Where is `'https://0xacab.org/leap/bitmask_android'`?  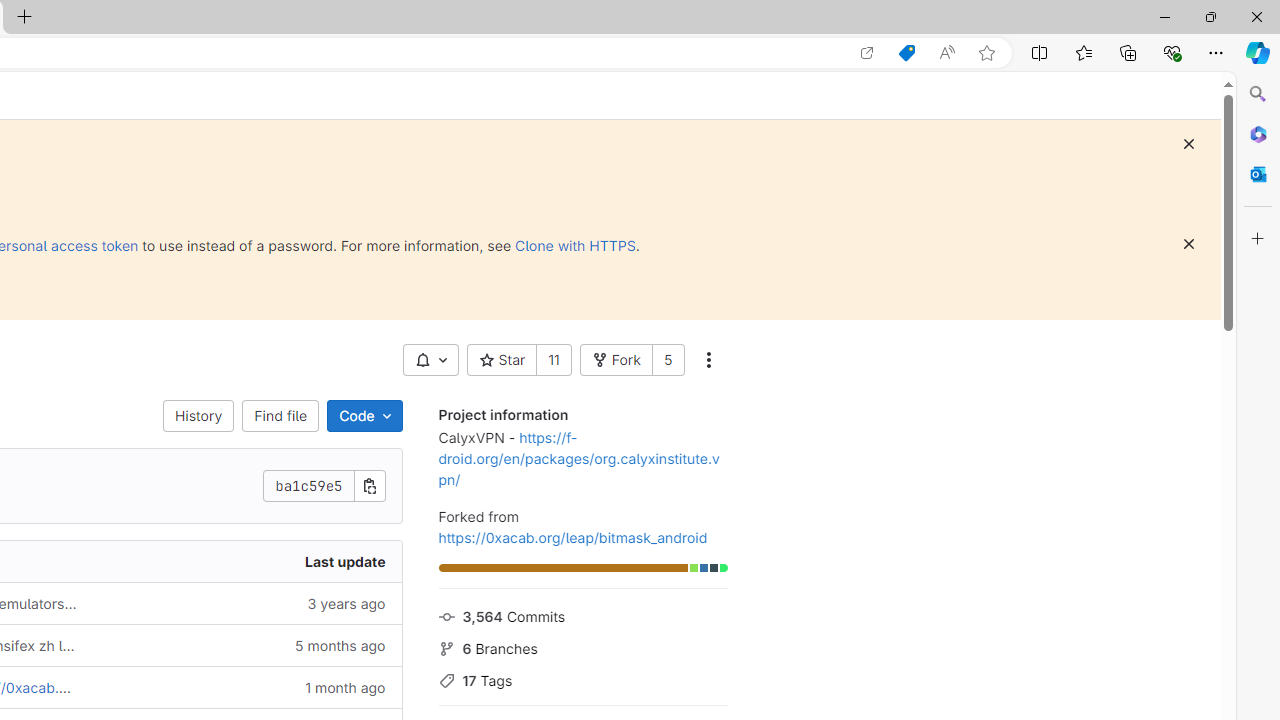 'https://0xacab.org/leap/bitmask_android' is located at coordinates (571, 536).